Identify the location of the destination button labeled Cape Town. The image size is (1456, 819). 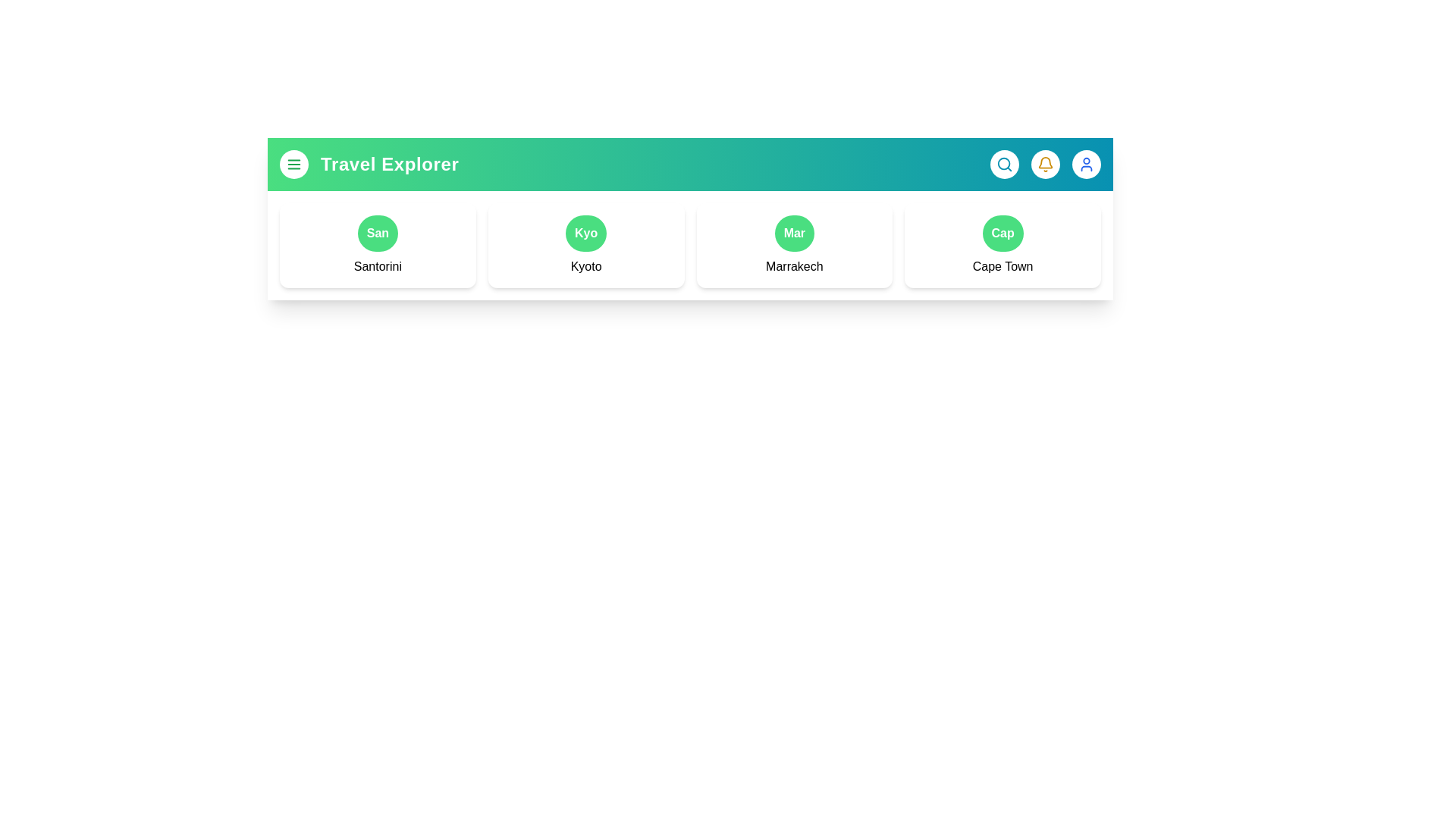
(1002, 234).